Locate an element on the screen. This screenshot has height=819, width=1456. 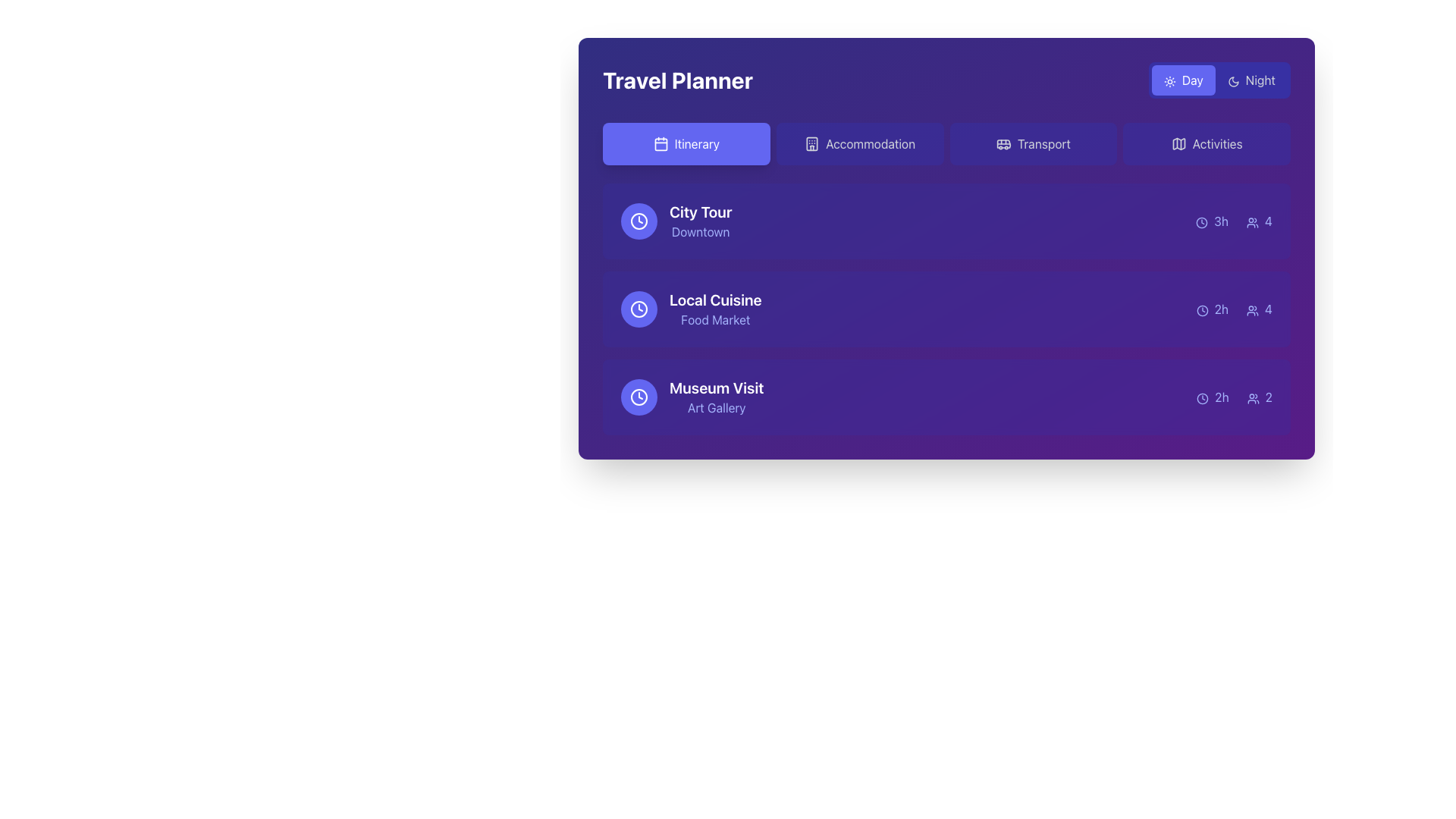
the bottom-most list item titled 'Museum Visit' with the subtitle 'Art Gallery' is located at coordinates (946, 397).